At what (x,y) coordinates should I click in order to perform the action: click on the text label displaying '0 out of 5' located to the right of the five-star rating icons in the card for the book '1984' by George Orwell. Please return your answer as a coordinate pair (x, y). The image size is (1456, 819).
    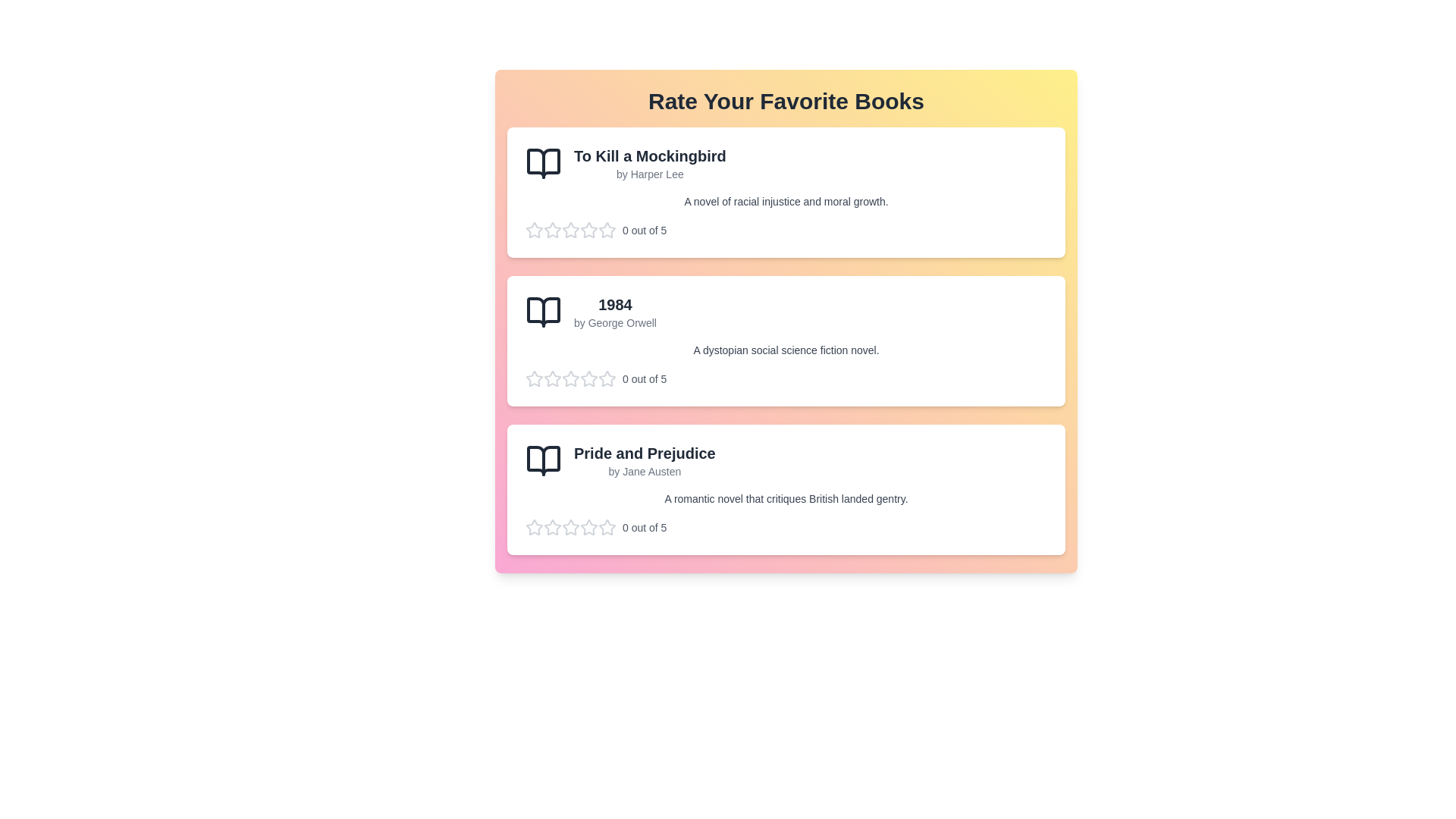
    Looking at the image, I should click on (645, 378).